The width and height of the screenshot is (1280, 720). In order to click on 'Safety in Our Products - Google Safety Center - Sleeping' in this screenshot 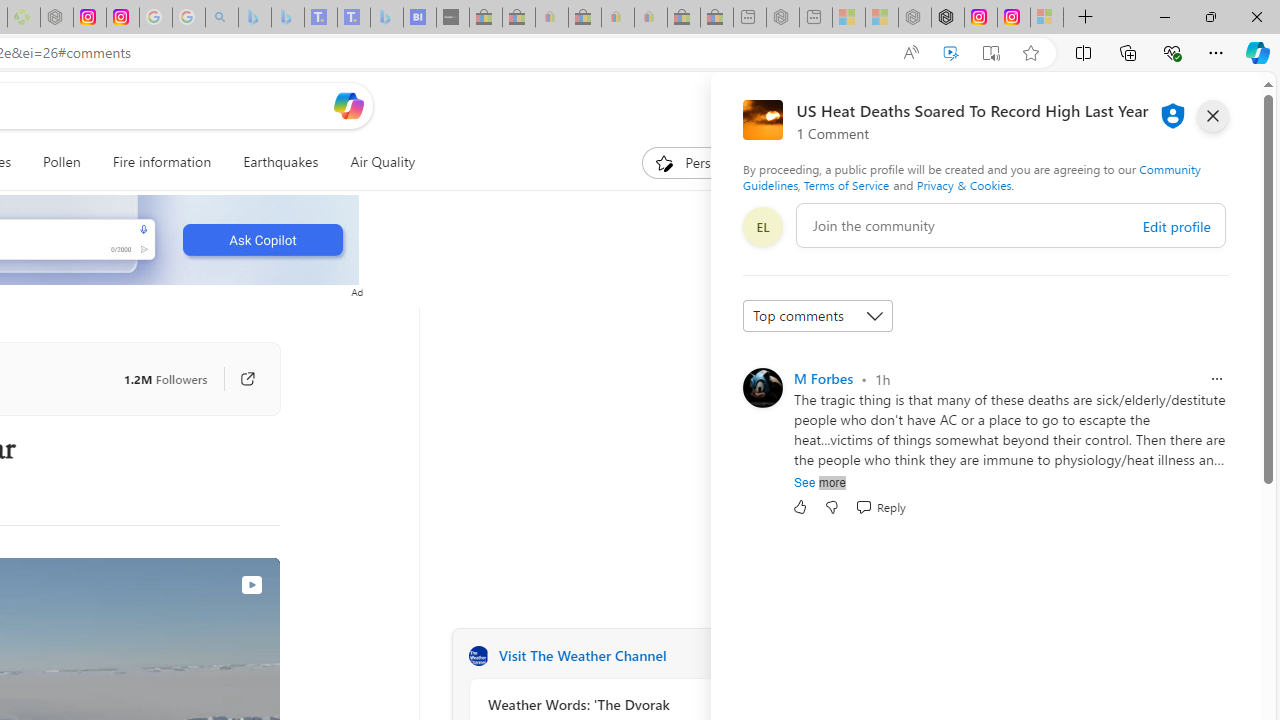, I will do `click(154, 17)`.